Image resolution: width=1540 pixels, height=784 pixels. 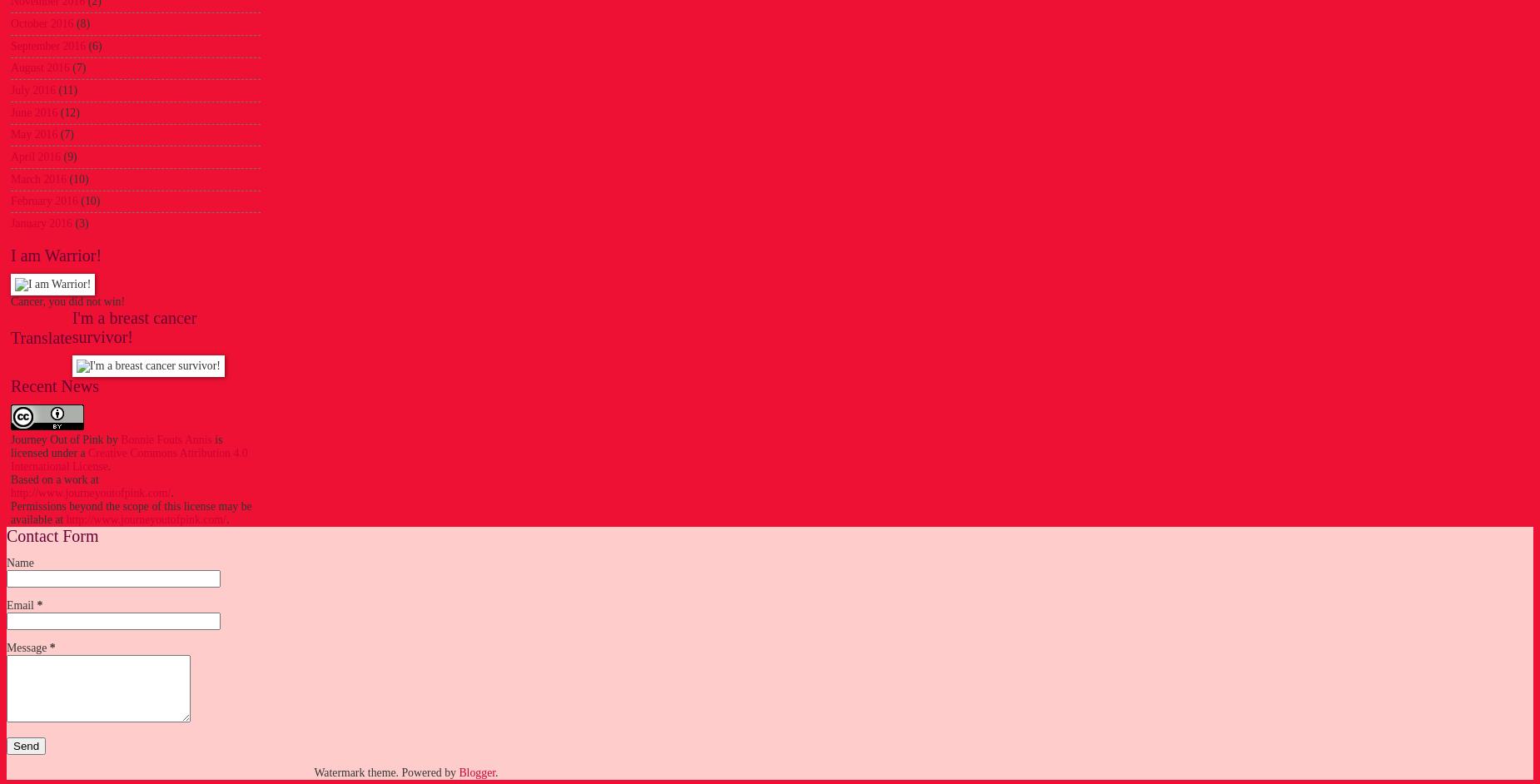 What do you see at coordinates (67, 300) in the screenshot?
I see `'Cancer, you did not win!'` at bounding box center [67, 300].